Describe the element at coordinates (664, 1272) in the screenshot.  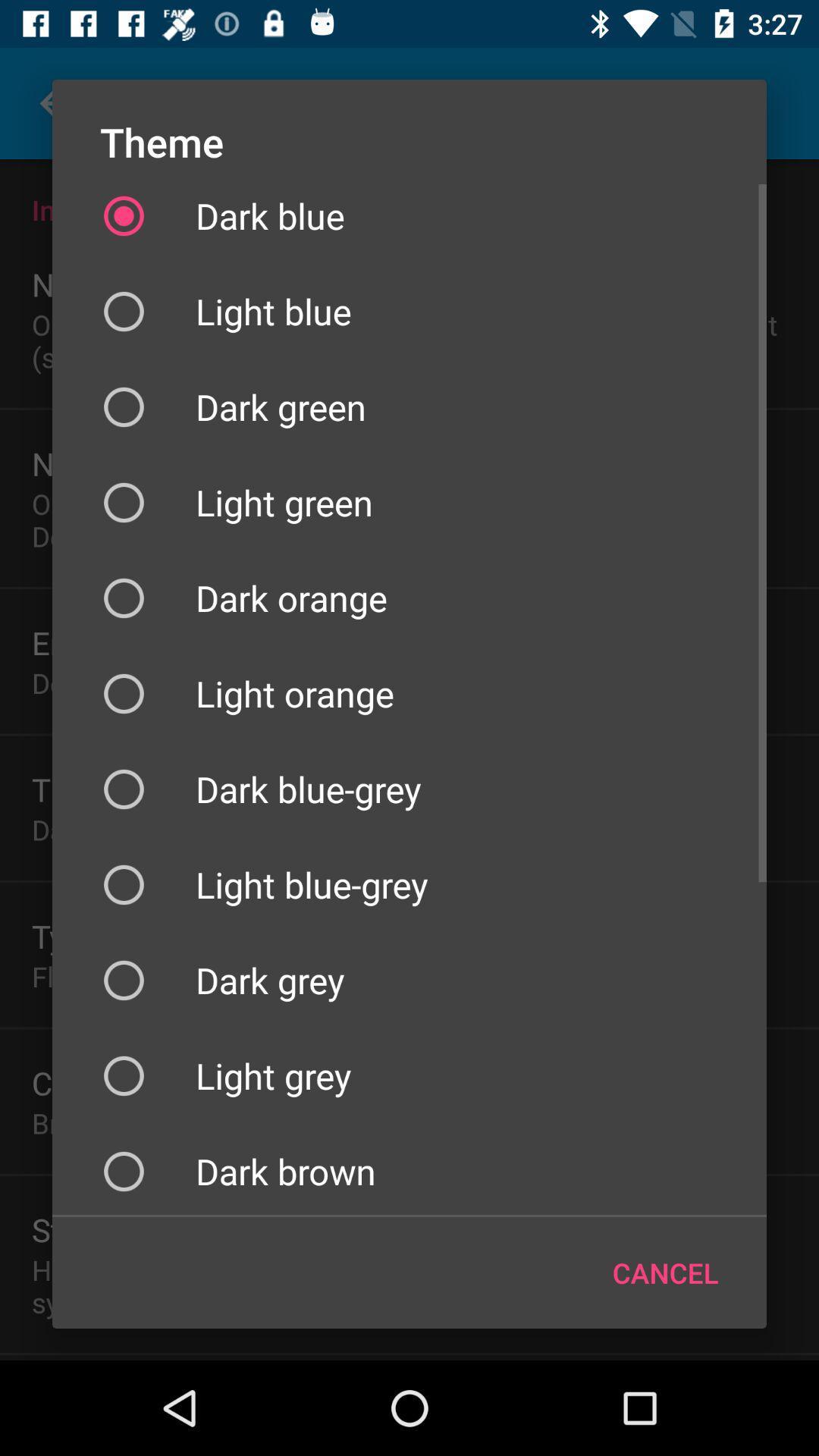
I see `cancel at the bottom right corner` at that location.